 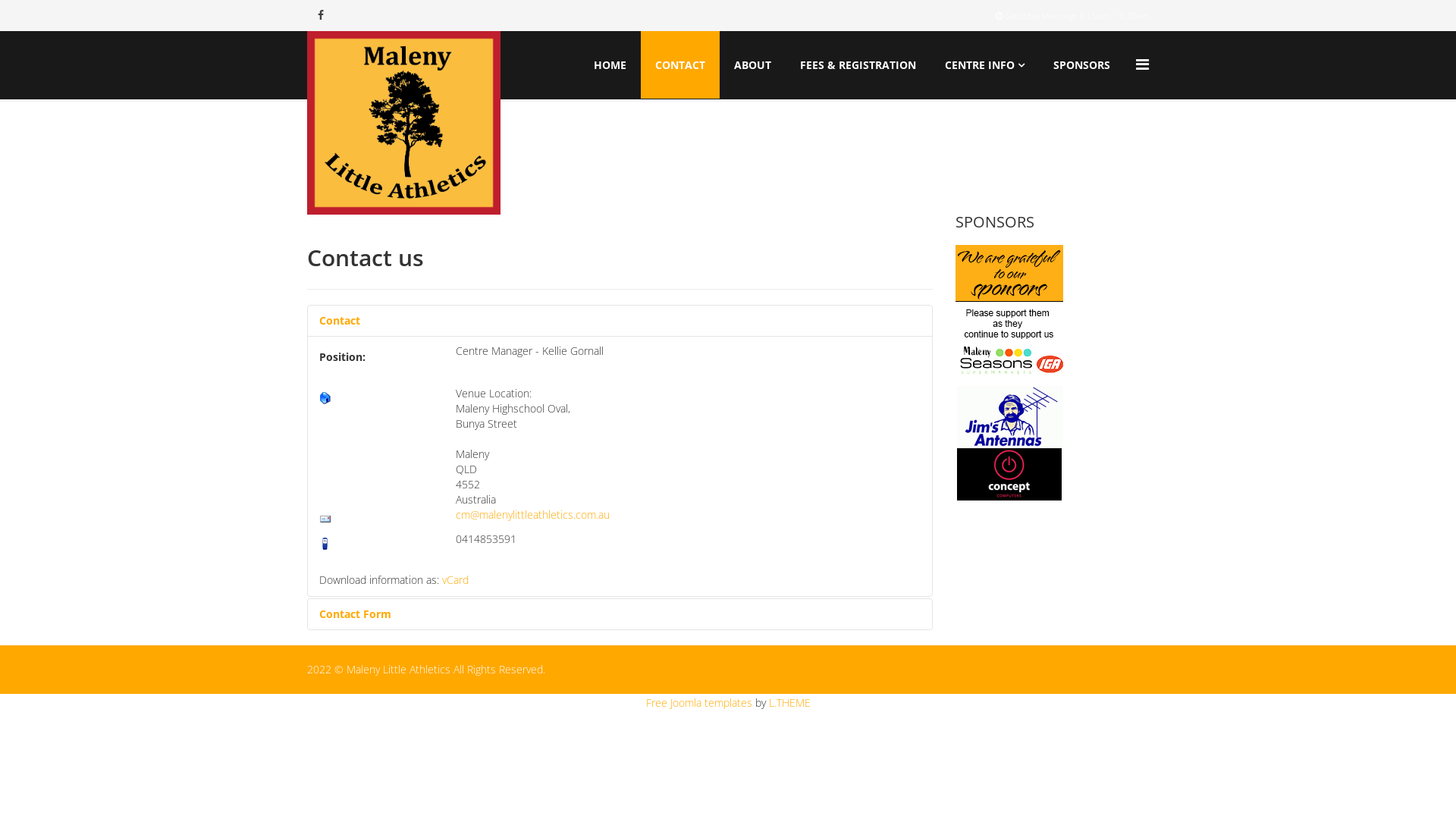 What do you see at coordinates (984, 64) in the screenshot?
I see `'CENTRE INFO'` at bounding box center [984, 64].